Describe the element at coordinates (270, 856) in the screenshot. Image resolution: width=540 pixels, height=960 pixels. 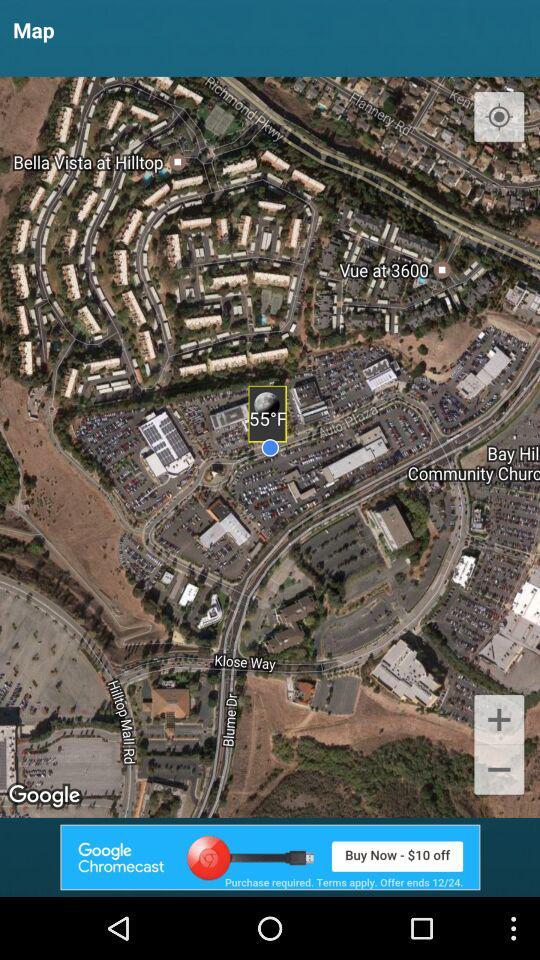
I see `advertisement` at that location.